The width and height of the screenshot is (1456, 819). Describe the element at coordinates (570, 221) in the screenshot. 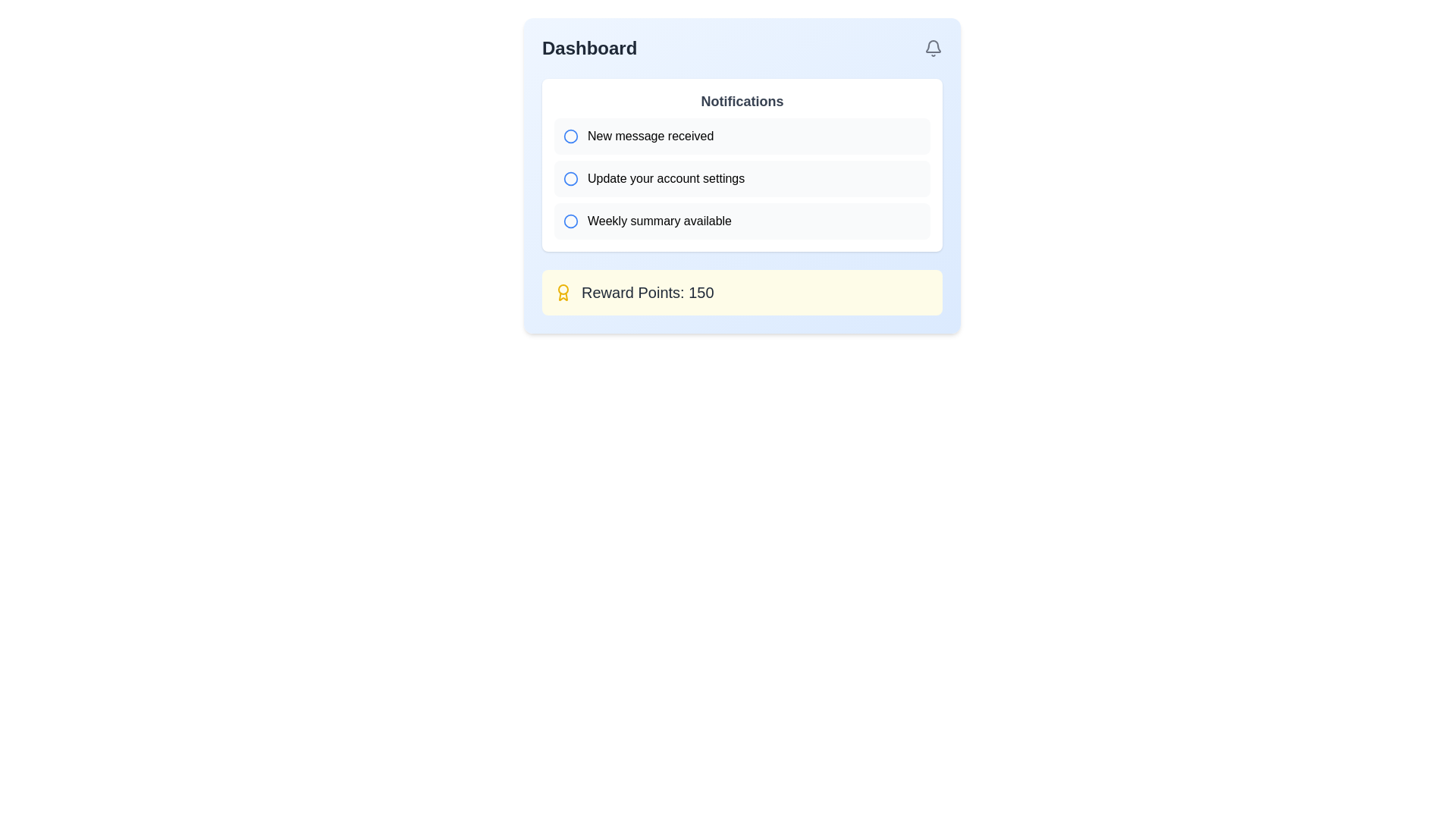

I see `the graphic icon indicating the status of the 'Weekly summary available' notification, which is positioned adjacent to the corresponding text in the Notification section` at that location.